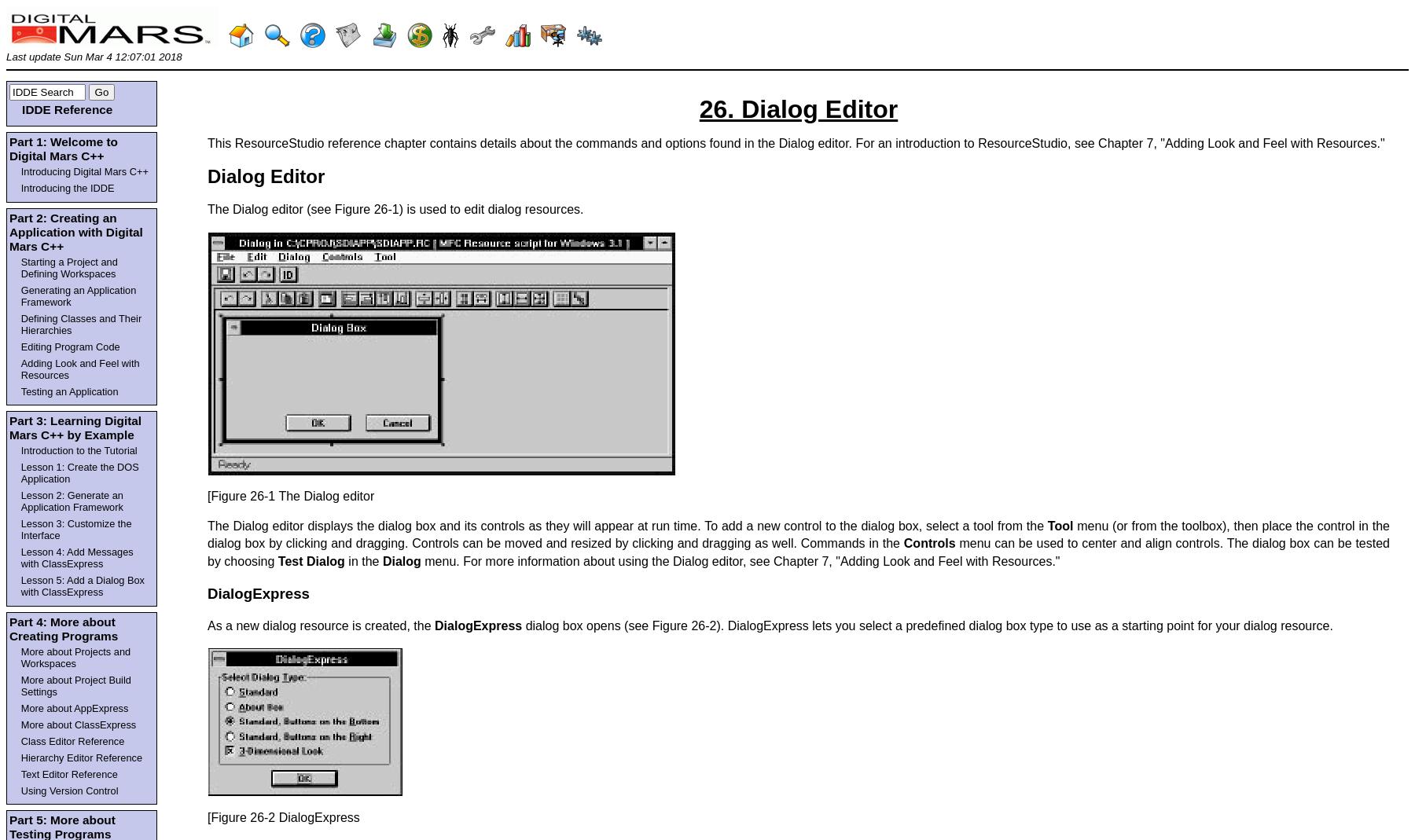 This screenshot has height=840, width=1415. Describe the element at coordinates (362, 559) in the screenshot. I see `'in the'` at that location.